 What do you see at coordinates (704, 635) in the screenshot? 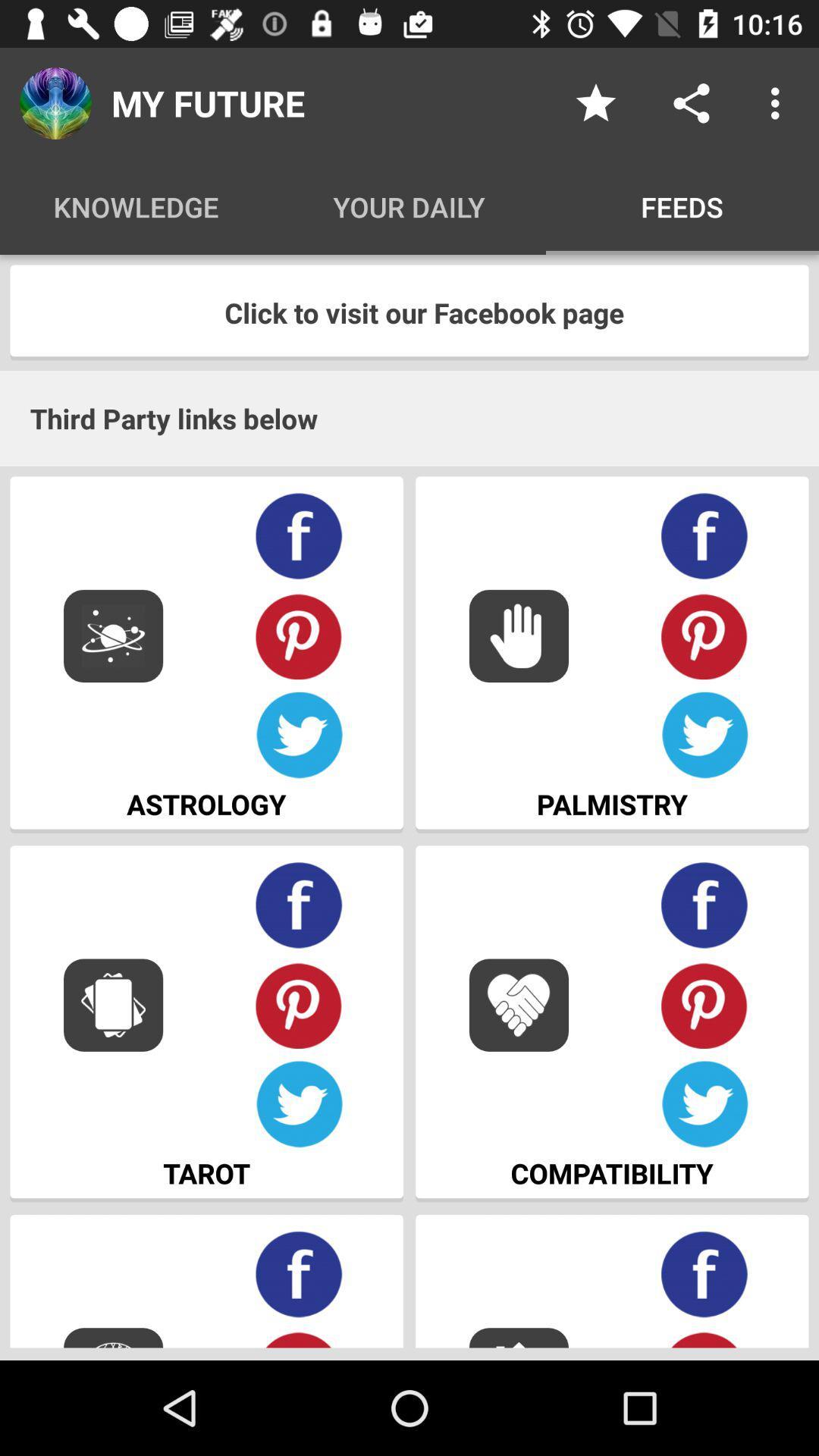
I see `pin to pinterest` at bounding box center [704, 635].